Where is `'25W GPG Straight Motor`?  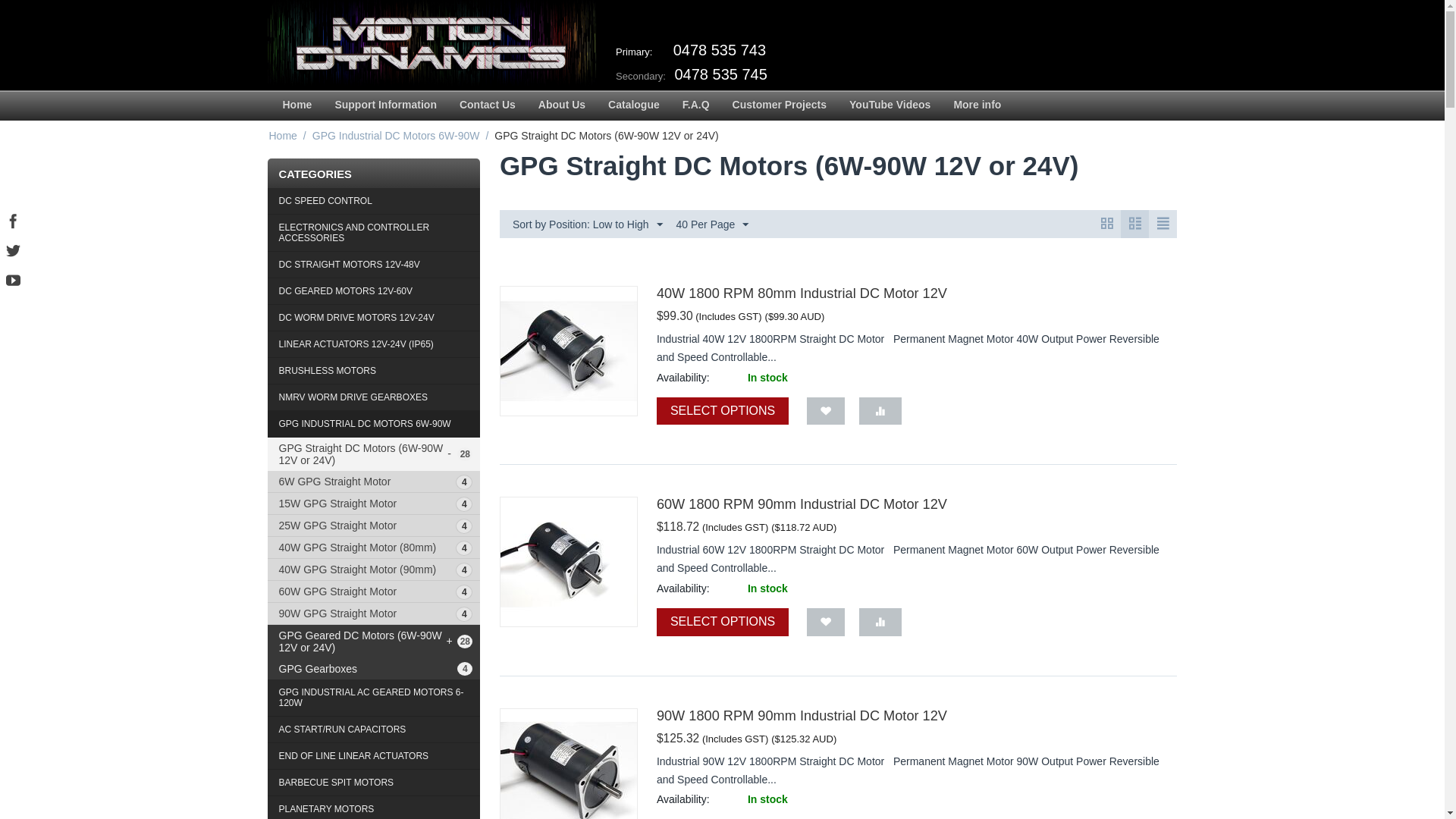
'25W GPG Straight Motor is located at coordinates (373, 525).